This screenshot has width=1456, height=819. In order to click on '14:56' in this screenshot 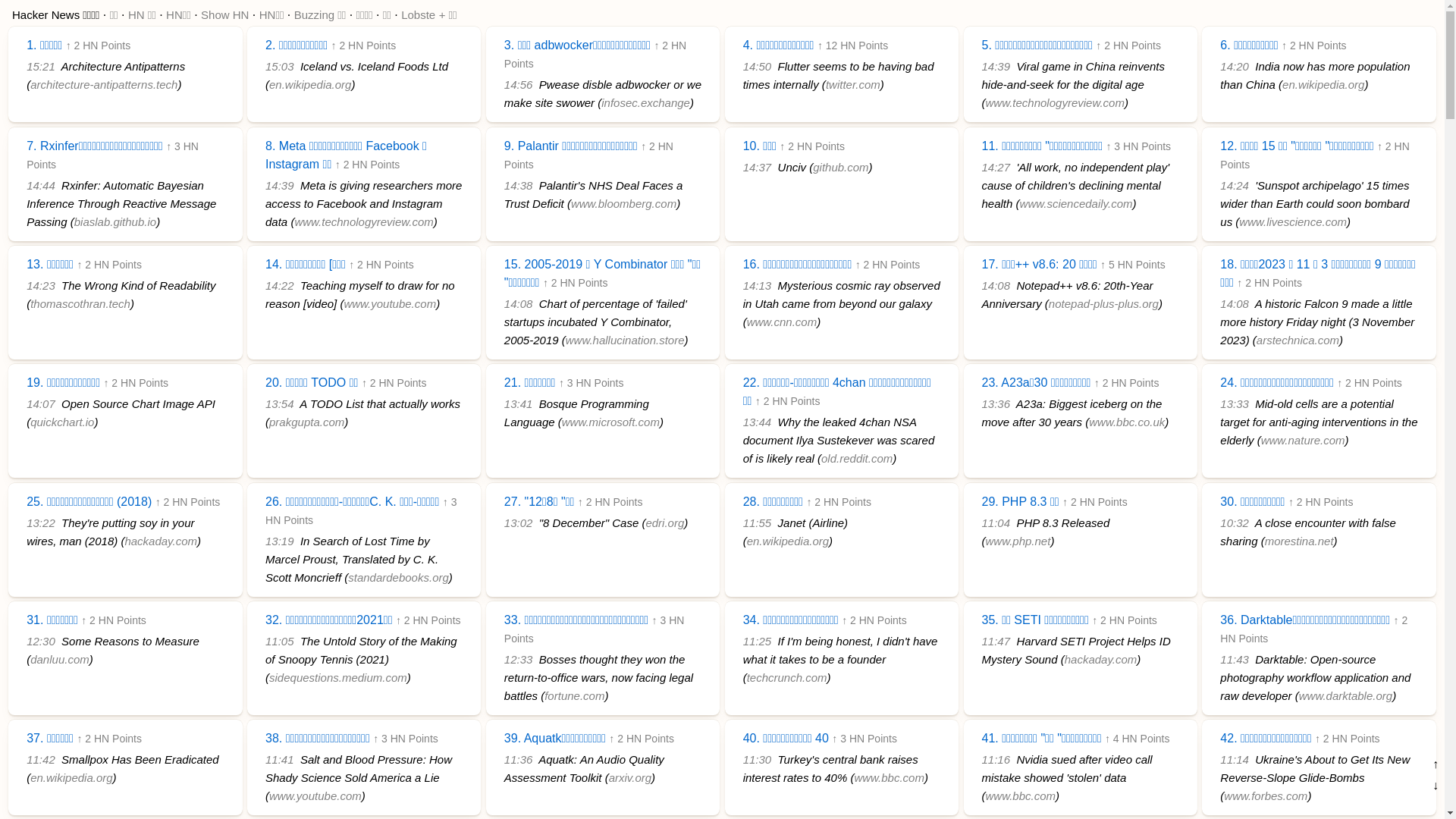, I will do `click(519, 84)`.